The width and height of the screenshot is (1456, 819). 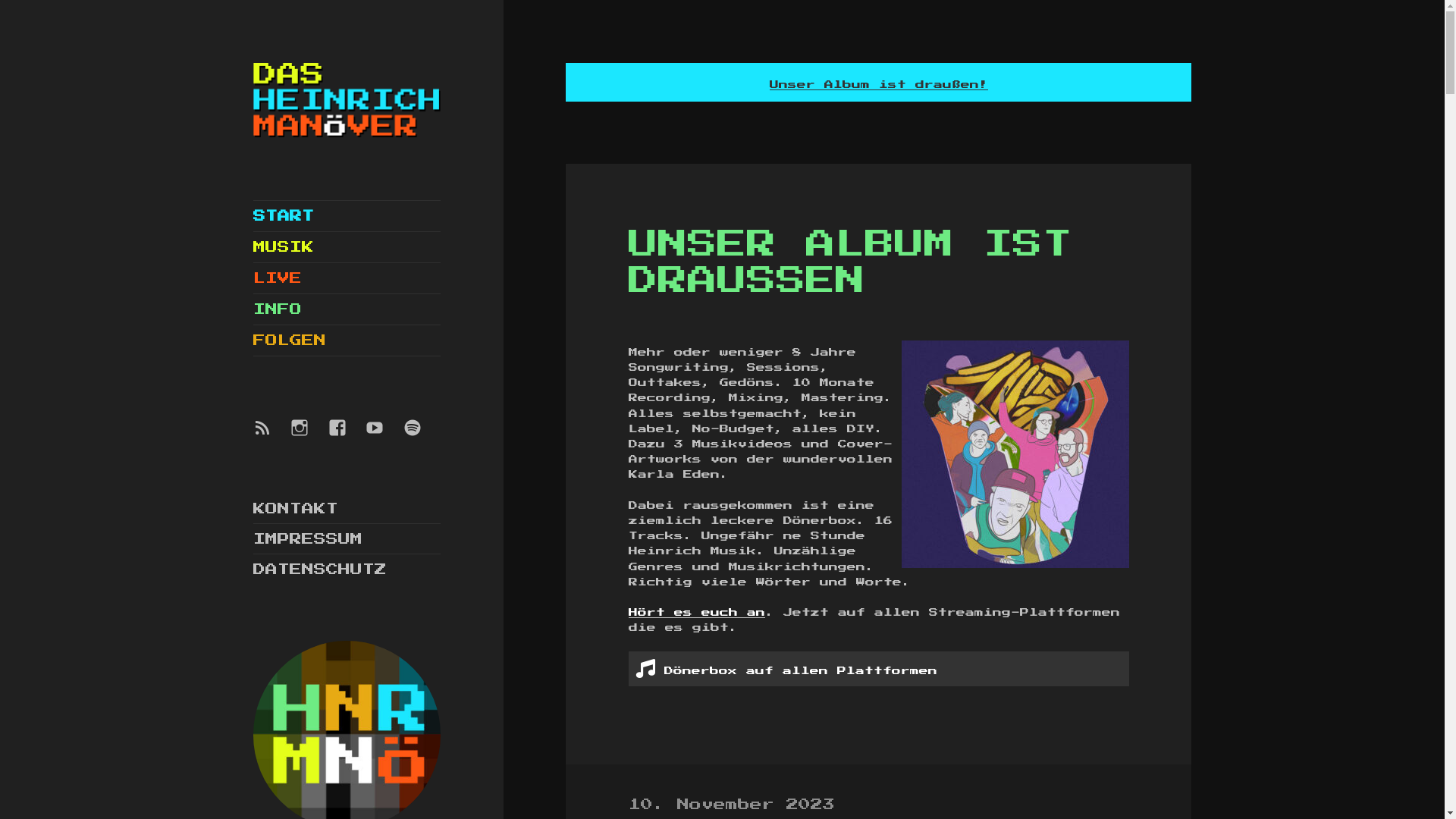 I want to click on 'KONTAKT', so click(x=253, y=509).